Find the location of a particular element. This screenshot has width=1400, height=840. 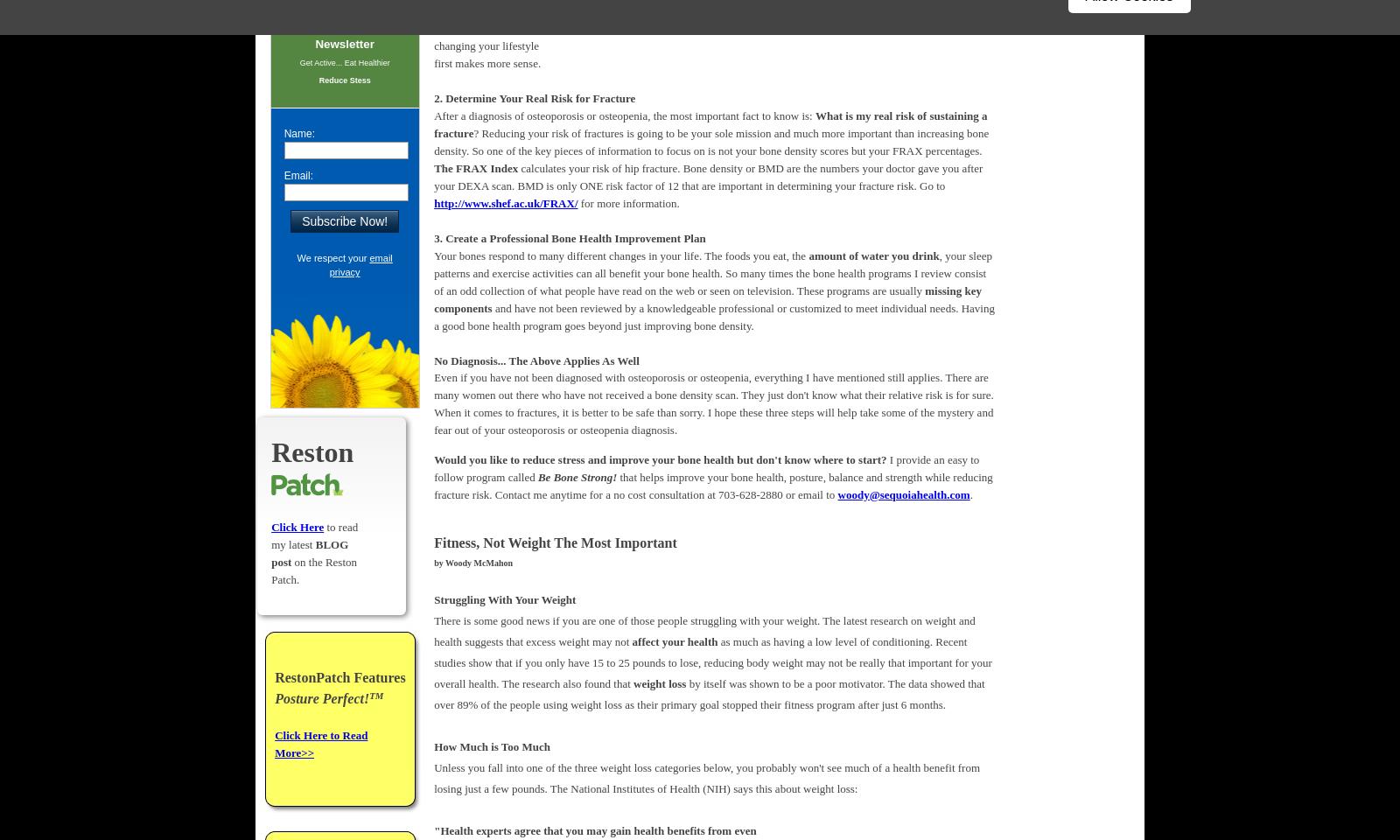

'Reston' is located at coordinates (311, 451).